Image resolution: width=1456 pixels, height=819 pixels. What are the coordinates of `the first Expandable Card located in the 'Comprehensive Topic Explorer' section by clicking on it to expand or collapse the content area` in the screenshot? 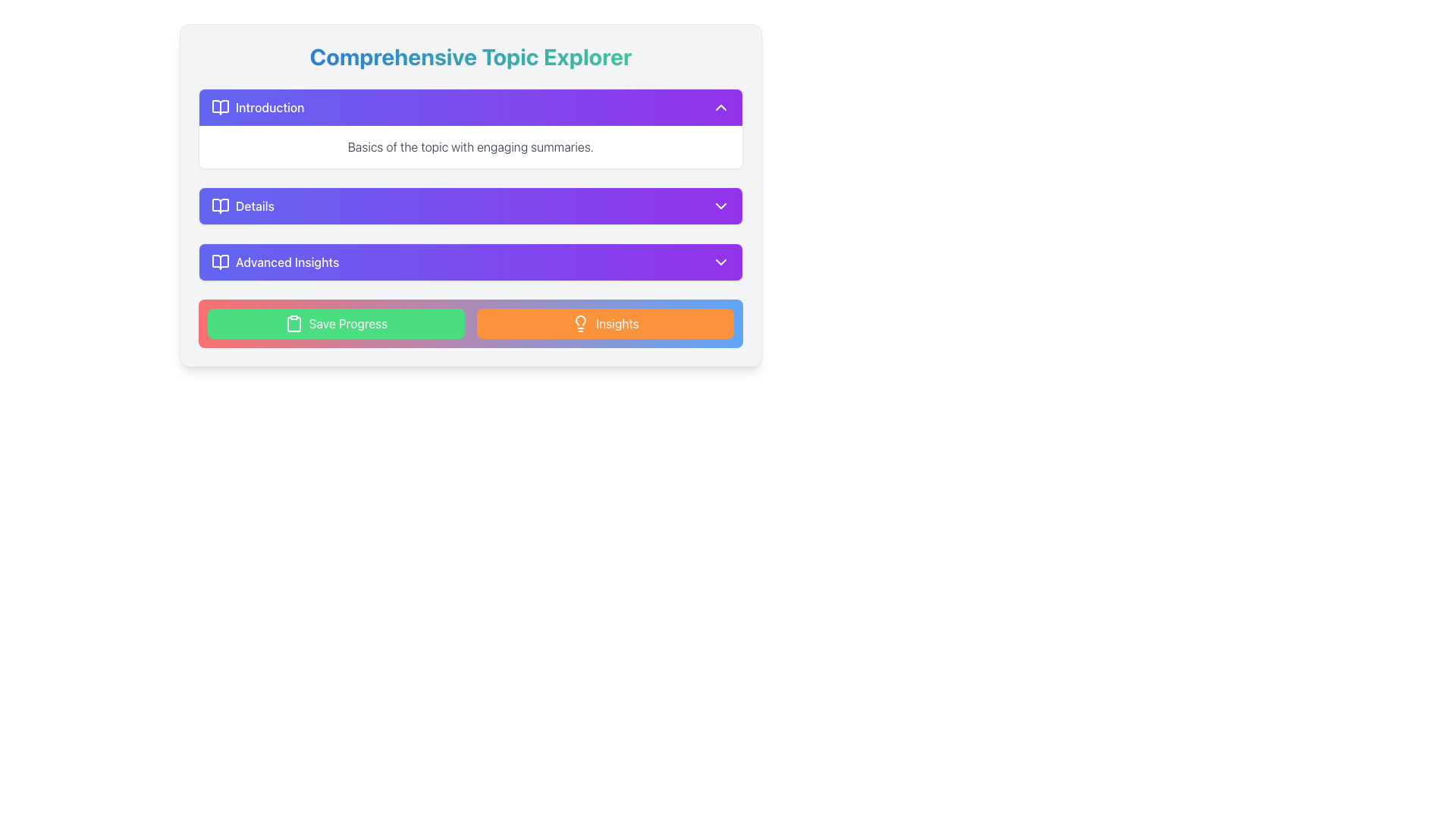 It's located at (469, 127).